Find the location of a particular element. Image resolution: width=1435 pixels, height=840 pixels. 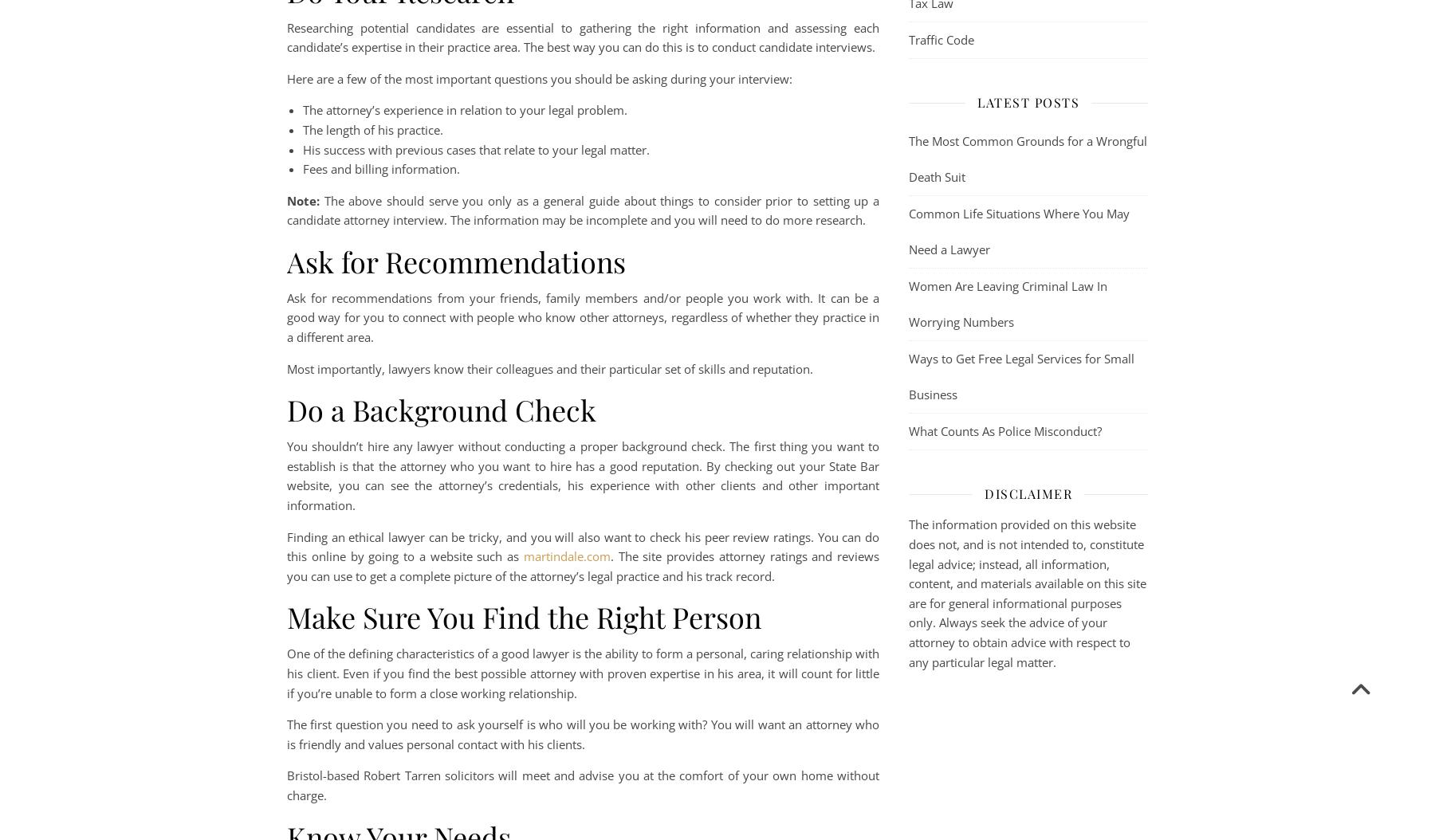

'Finding an ethical lawyer can be tricky, and you will also want to check his peer review ratings. You can do this online by going to a website such as' is located at coordinates (582, 546).